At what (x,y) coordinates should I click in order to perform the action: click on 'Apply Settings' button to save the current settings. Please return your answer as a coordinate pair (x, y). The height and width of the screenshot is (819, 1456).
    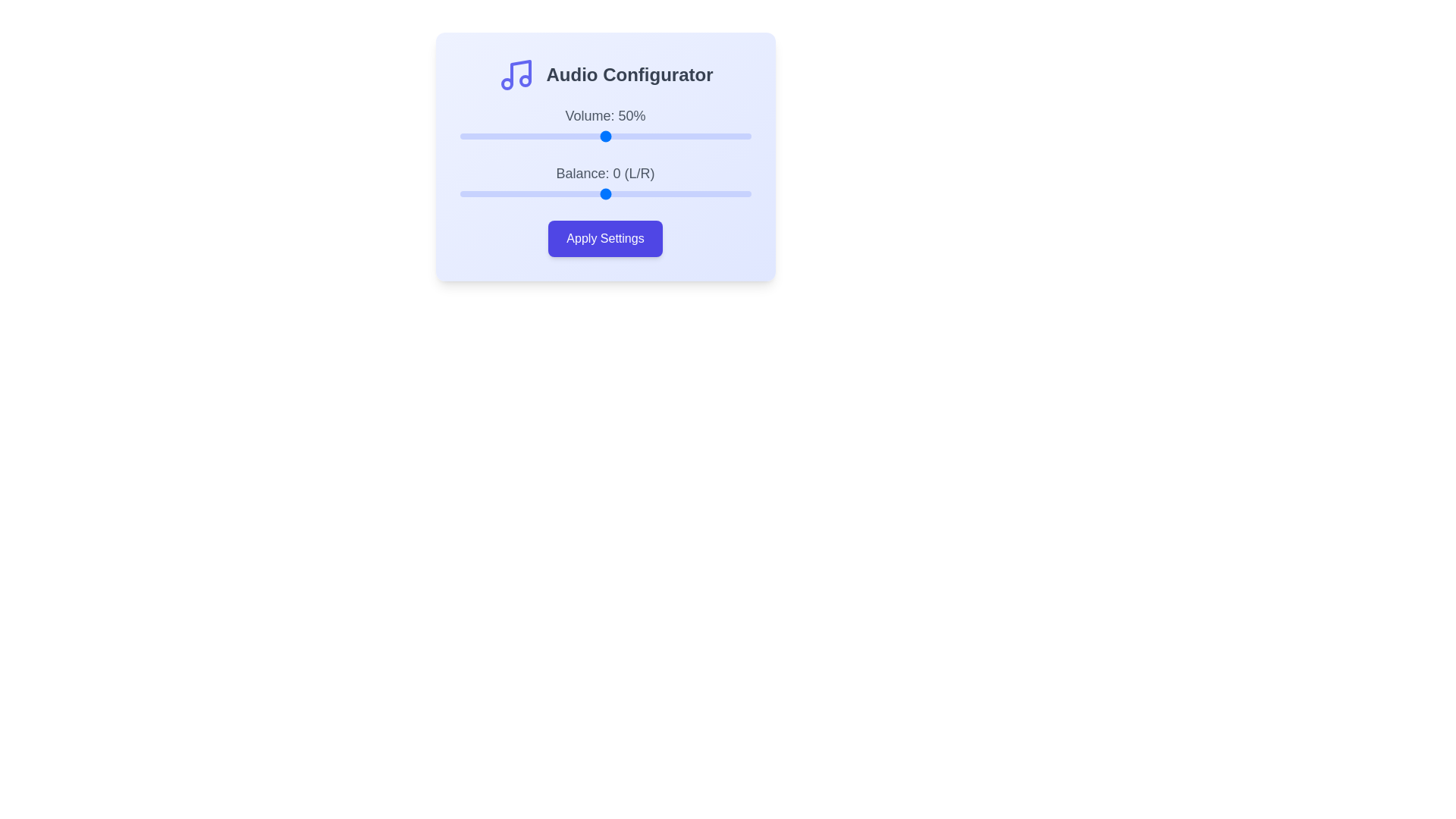
    Looking at the image, I should click on (604, 239).